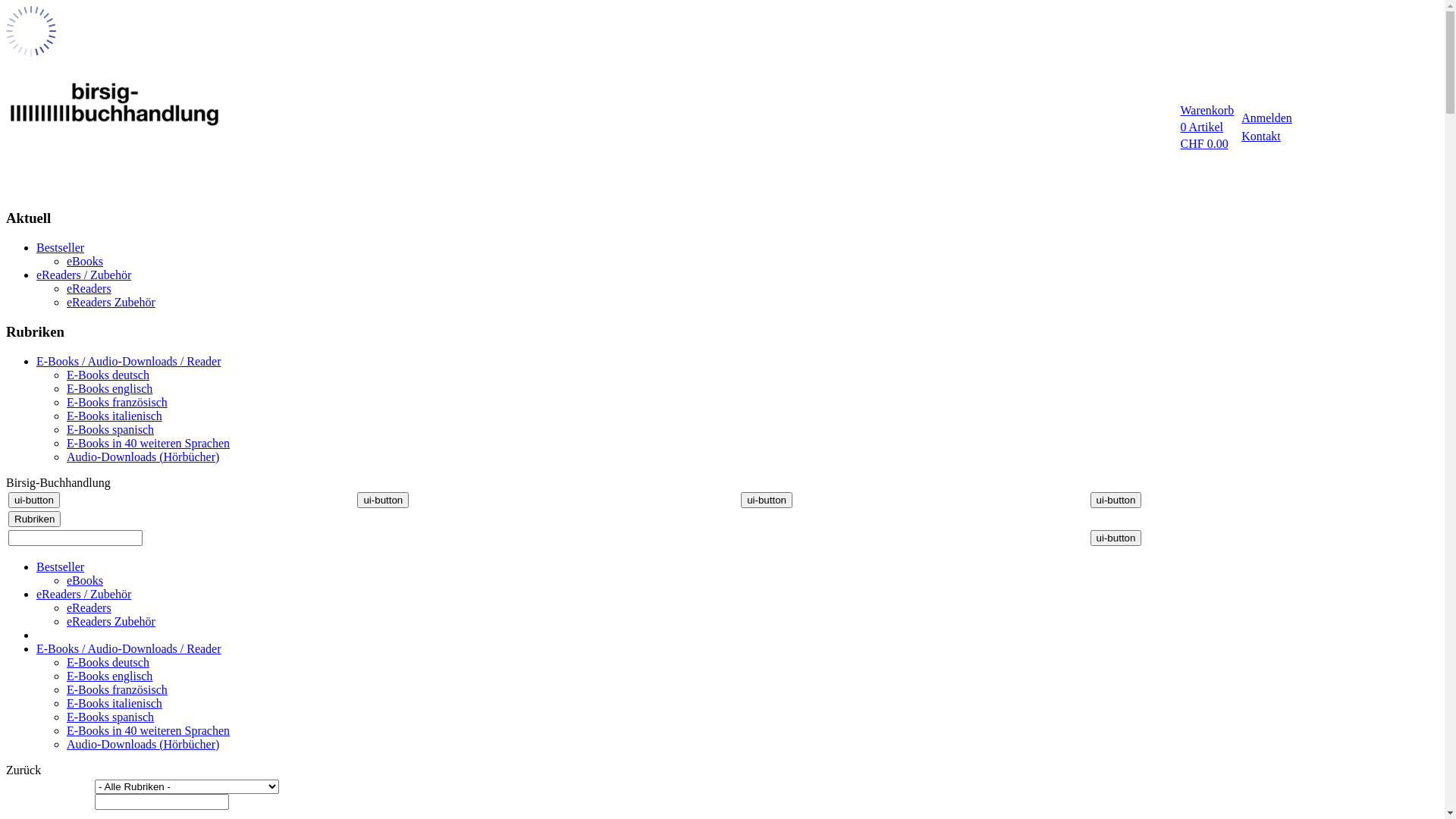 The image size is (1456, 819). Describe the element at coordinates (1205, 127) in the screenshot. I see `'Warenkorb` at that location.